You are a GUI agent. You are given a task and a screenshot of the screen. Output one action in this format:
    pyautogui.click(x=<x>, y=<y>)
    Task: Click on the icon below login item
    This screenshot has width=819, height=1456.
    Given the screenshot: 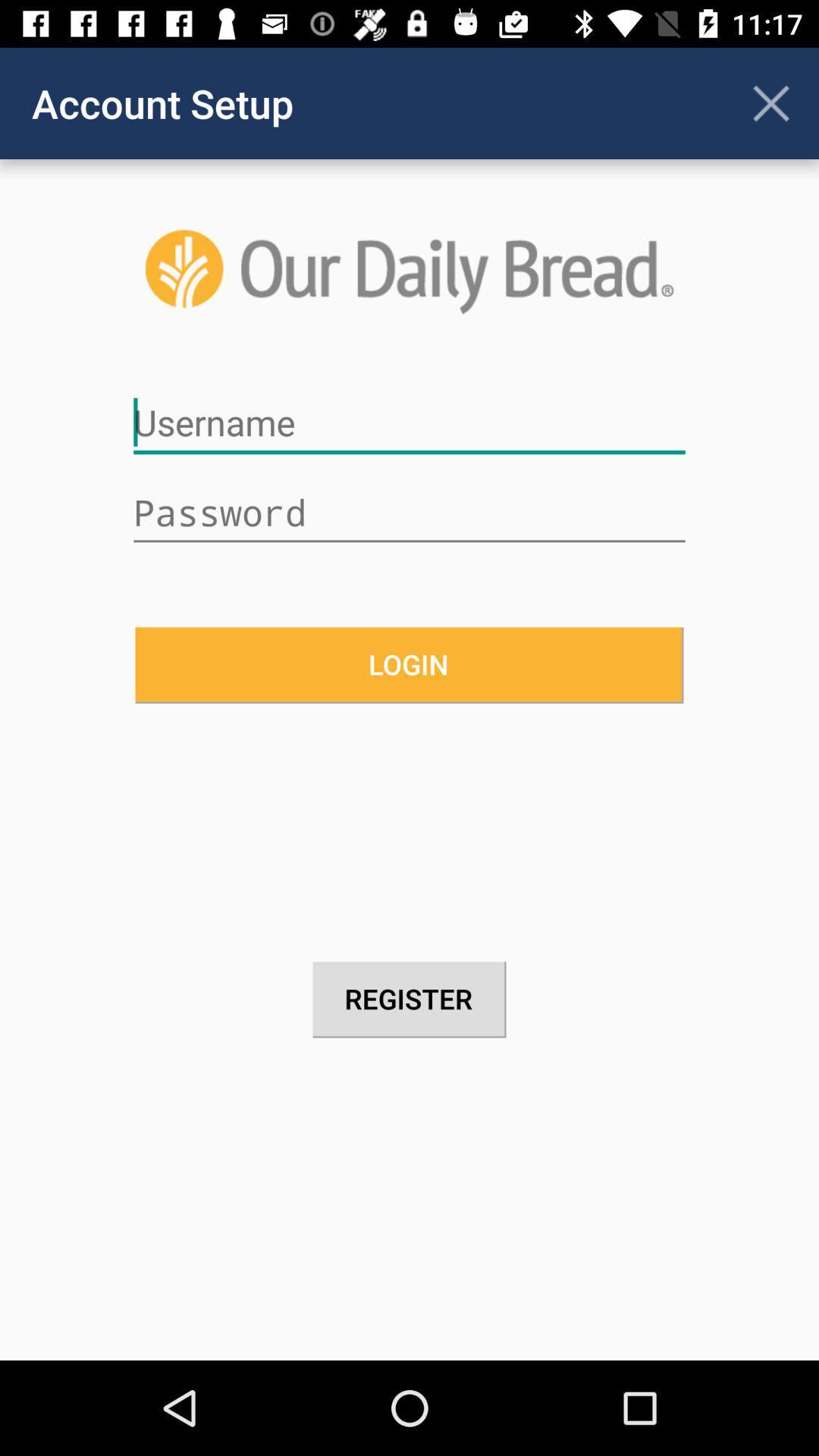 What is the action you would take?
    pyautogui.click(x=409, y=999)
    